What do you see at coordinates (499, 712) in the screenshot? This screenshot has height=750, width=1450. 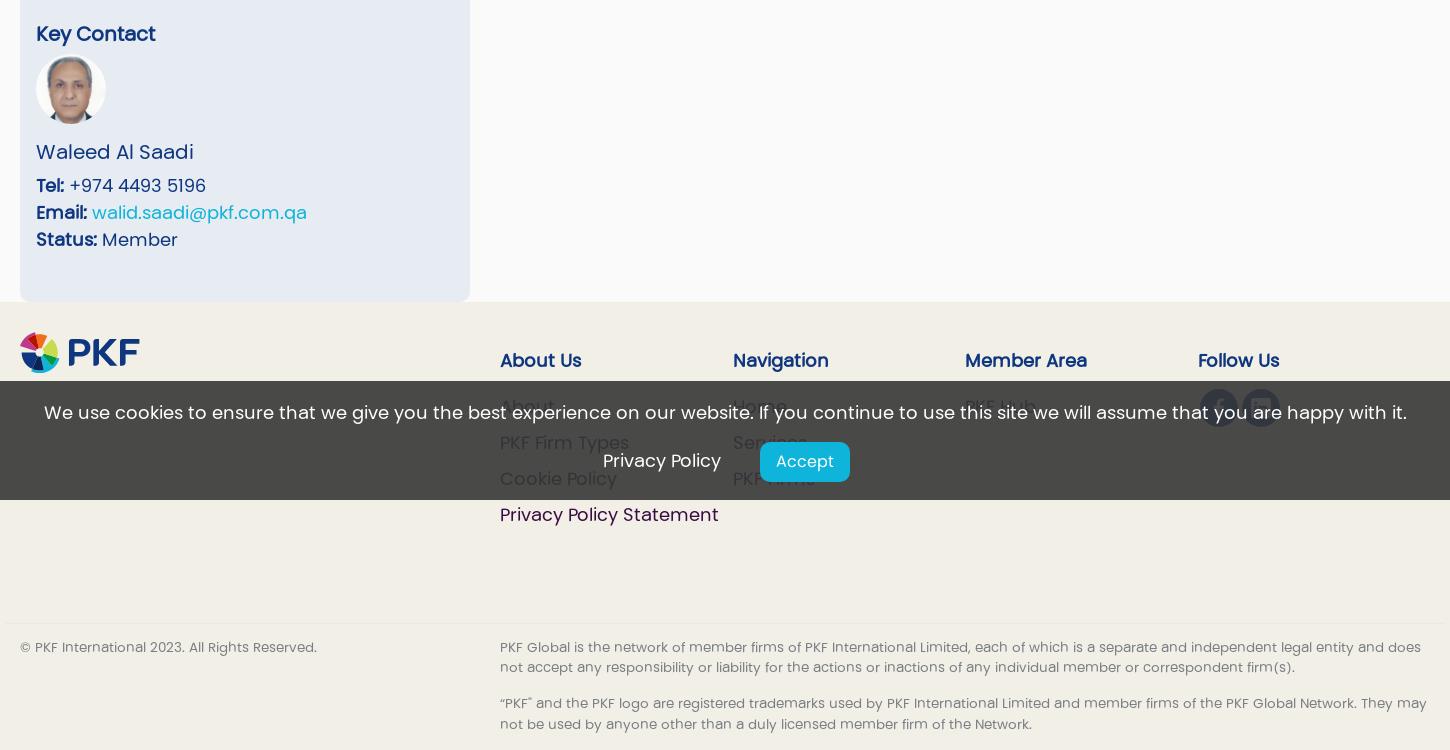 I see `'“PKF" and the PKF logo are registered trademarks used by PKF International Limited and member firms of the PKF Global Network. They may not be used by anyone other than a duly licensed member firm of the Network.'` at bounding box center [499, 712].